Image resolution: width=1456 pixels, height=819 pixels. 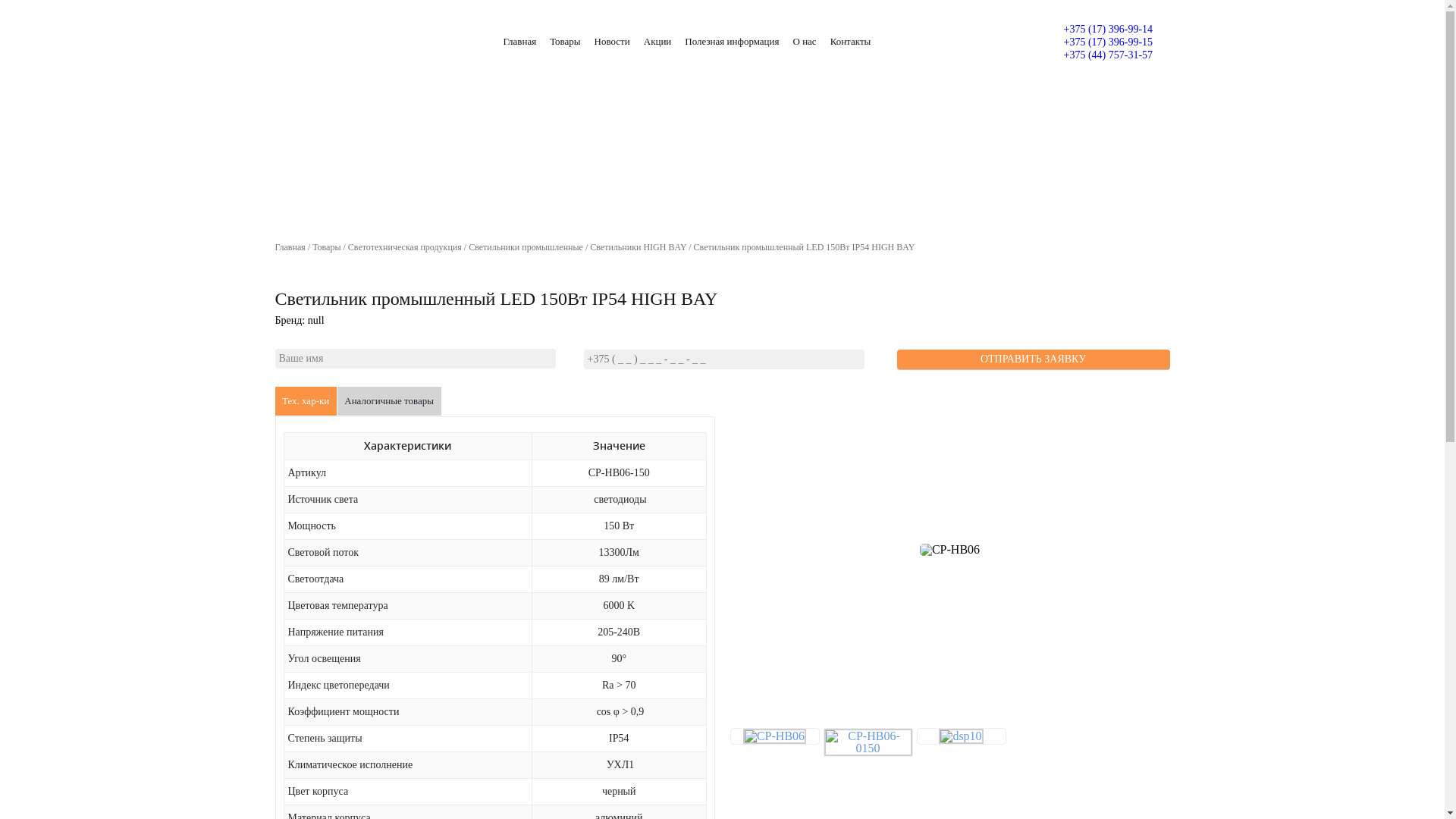 I want to click on '+375 (44) 757-31-57', so click(x=1107, y=54).